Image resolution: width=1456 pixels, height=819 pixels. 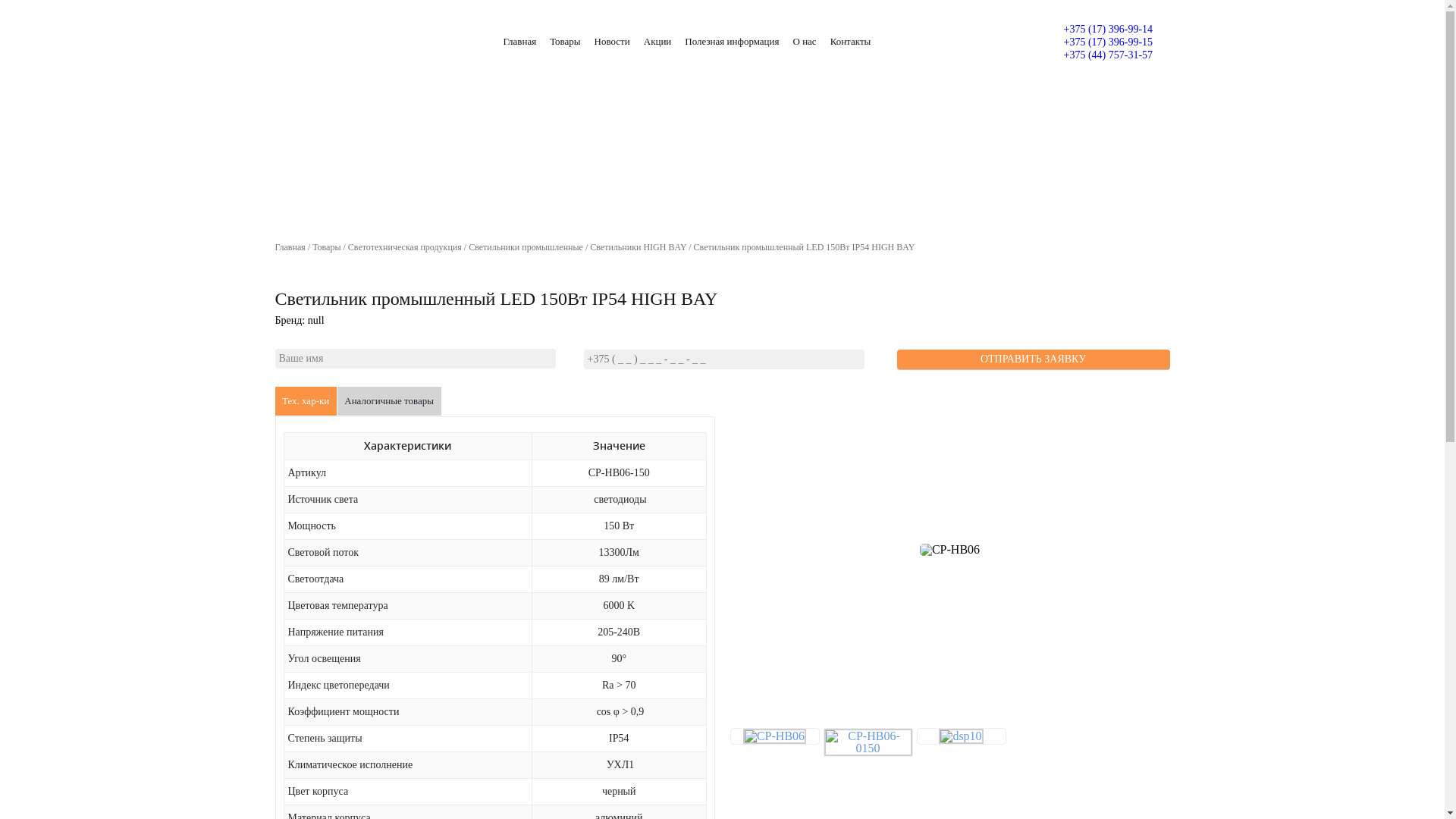 I want to click on '+375 (44) 757-31-57', so click(x=1107, y=54).